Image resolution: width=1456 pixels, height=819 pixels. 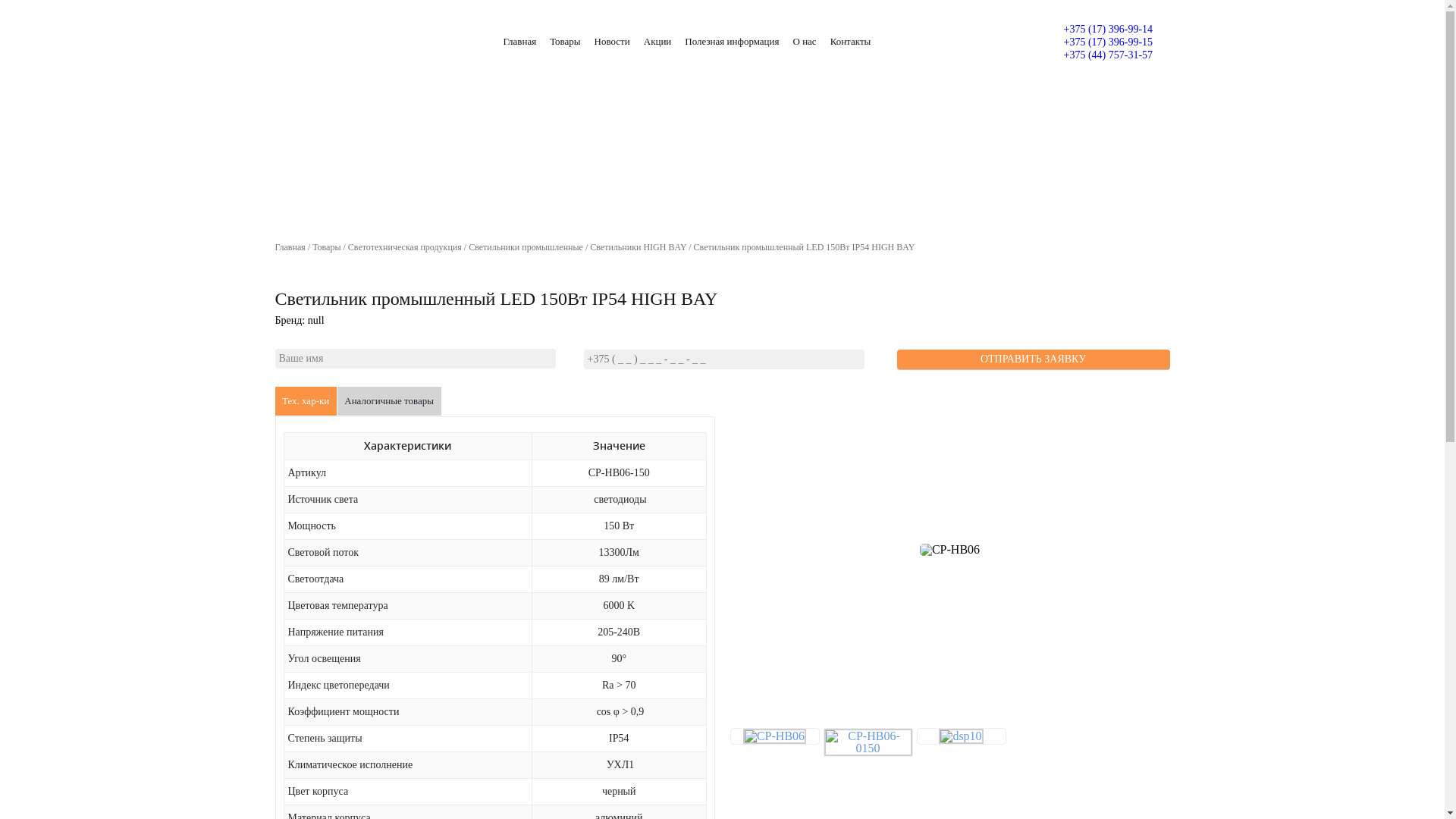 I want to click on '+375 (44) 757-31-57', so click(x=1107, y=54).